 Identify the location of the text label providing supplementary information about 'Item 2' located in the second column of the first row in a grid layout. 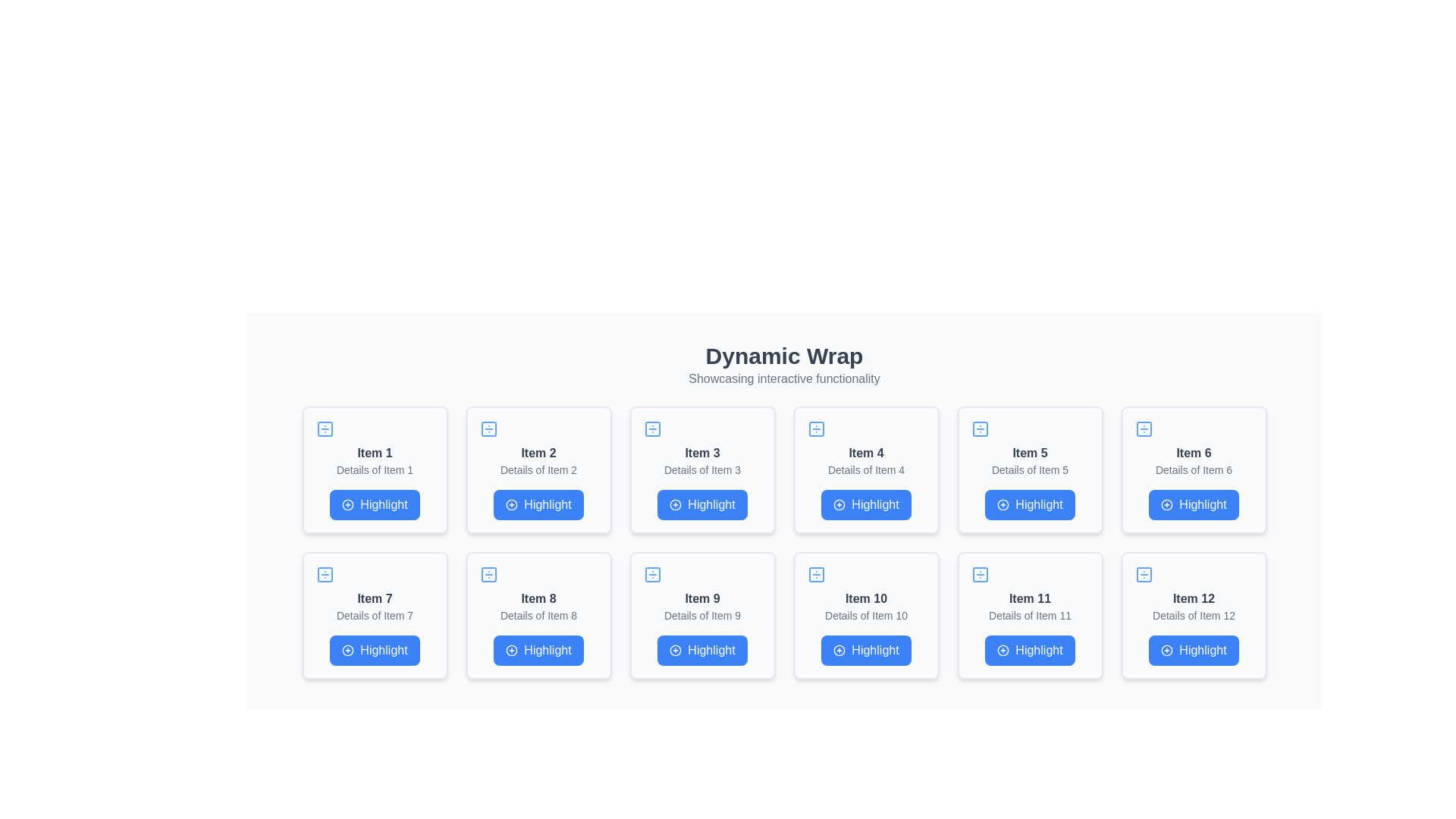
(538, 469).